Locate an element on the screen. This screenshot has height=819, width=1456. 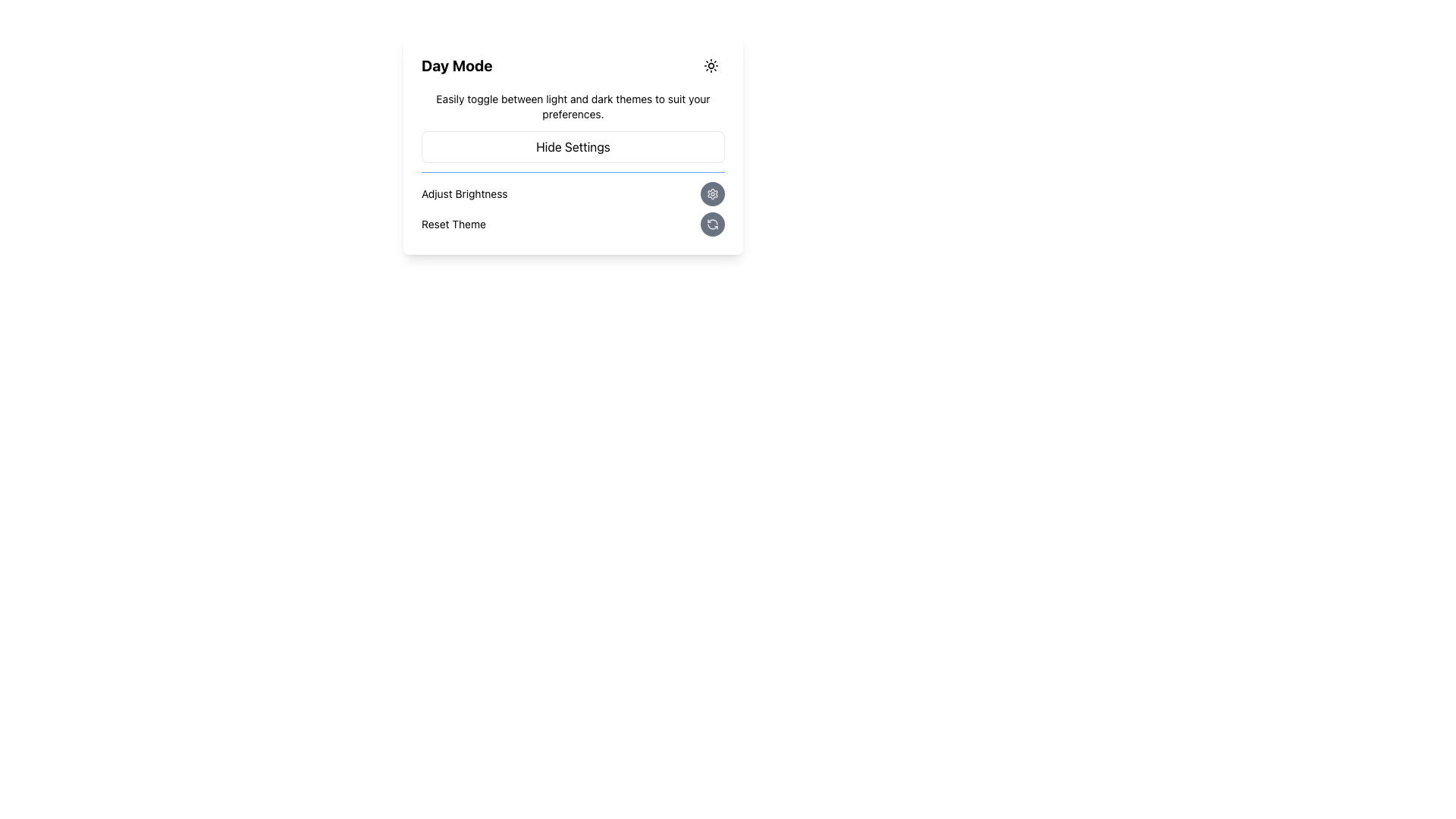
the label located under the 'Day Mode' header, aligned to the left of the 'Hide Settings' button and preceding an icon button on its right is located at coordinates (463, 193).